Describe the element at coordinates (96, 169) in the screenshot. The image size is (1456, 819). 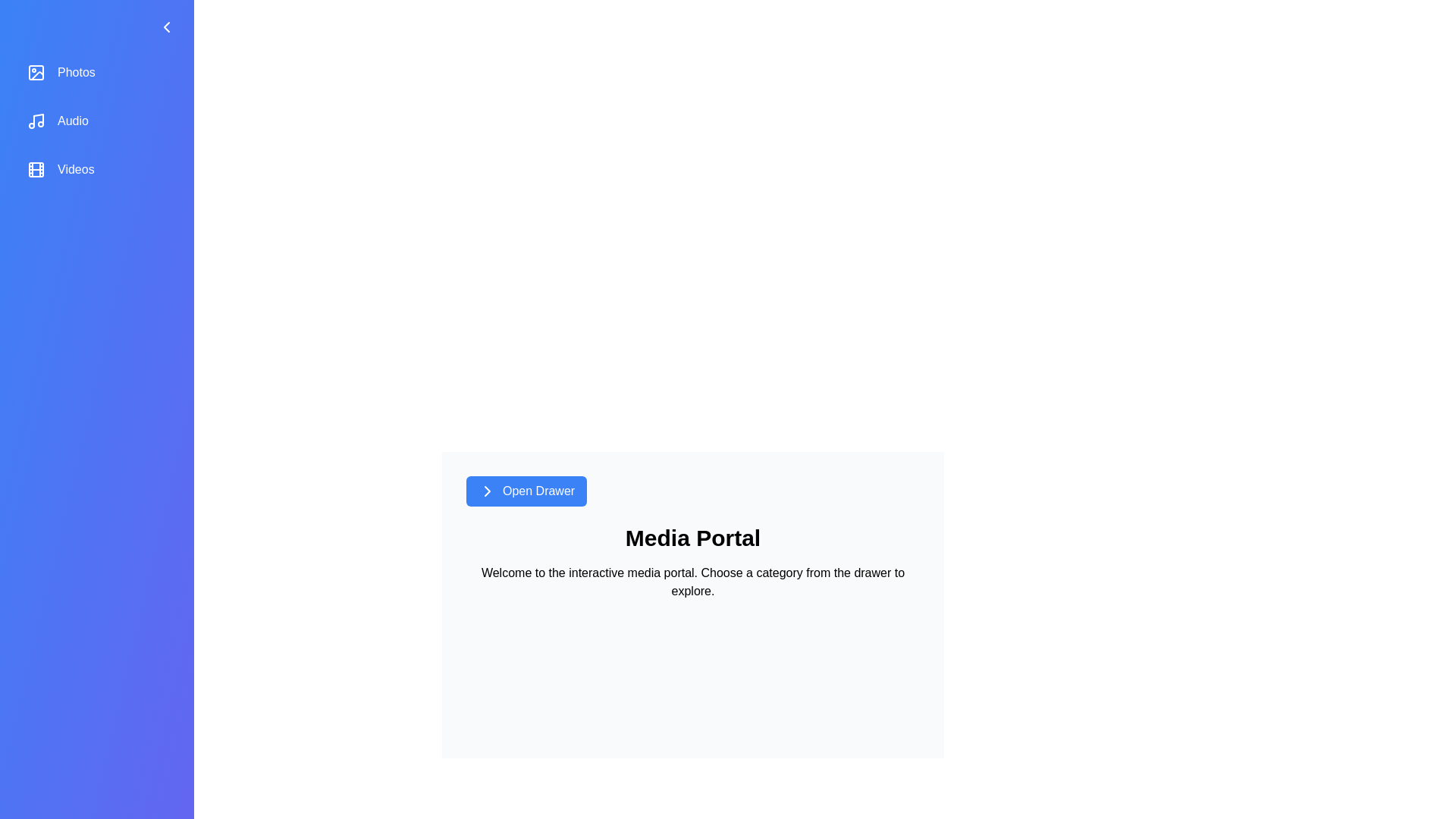
I see `the category Videos from the drawer` at that location.